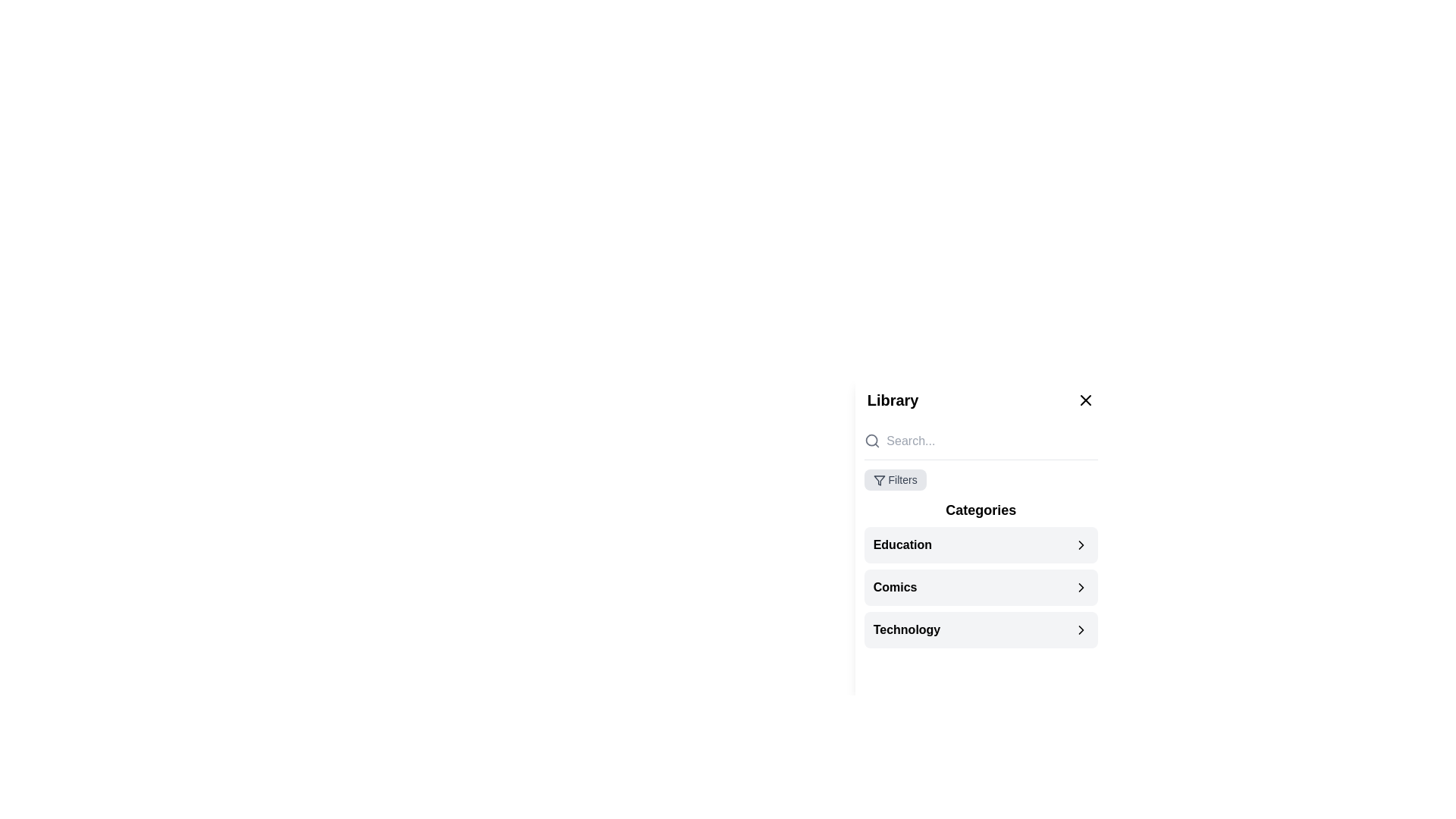  What do you see at coordinates (1080, 629) in the screenshot?
I see `the rightward pointing chevron icon located at the rightmost position of the 'Technology' category item` at bounding box center [1080, 629].